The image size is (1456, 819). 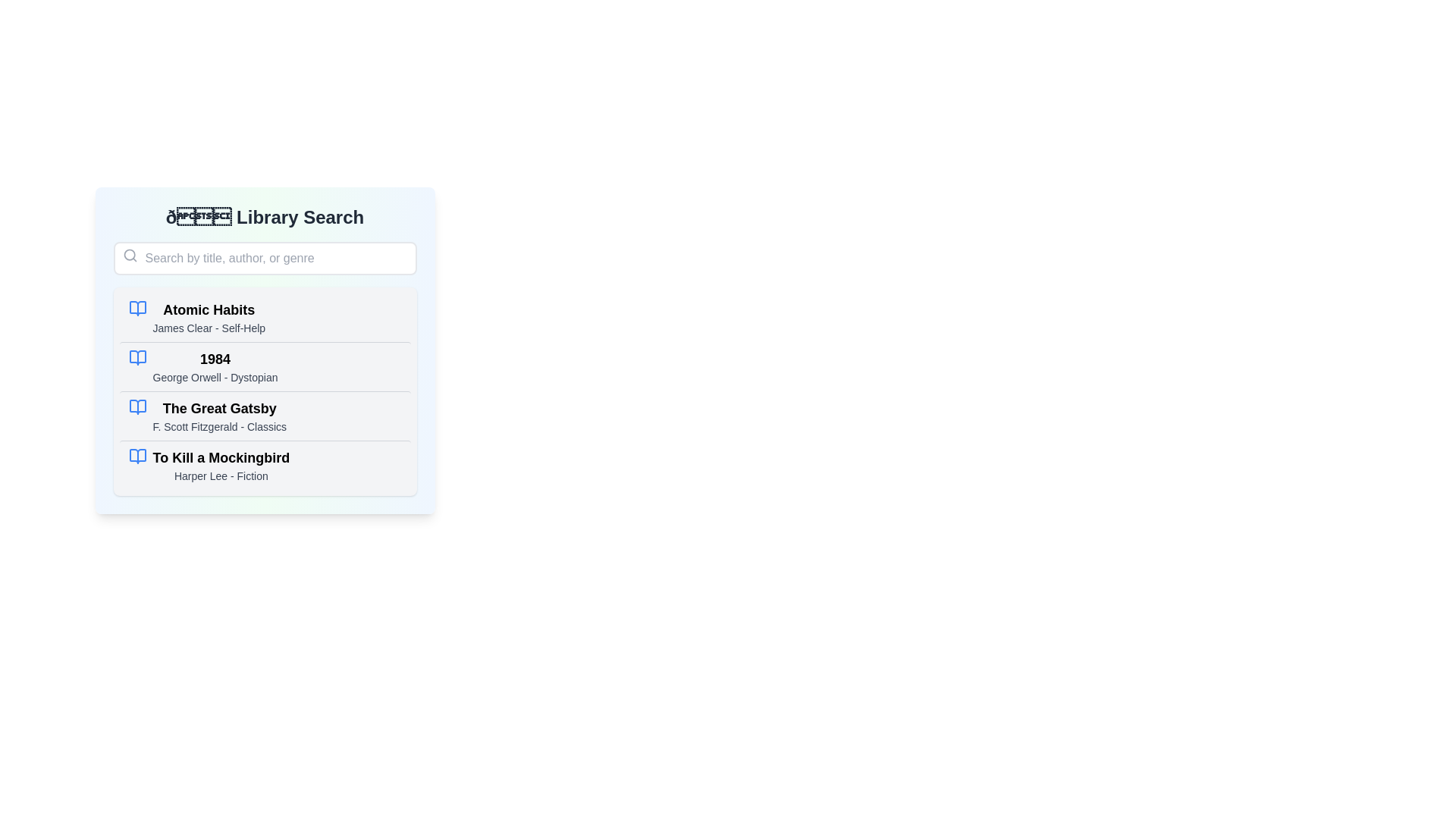 I want to click on the decorative SVG Circle that is part of the magnifying glass icon, located to the left of the 'Search by title, author, or genre' input box, so click(x=129, y=254).